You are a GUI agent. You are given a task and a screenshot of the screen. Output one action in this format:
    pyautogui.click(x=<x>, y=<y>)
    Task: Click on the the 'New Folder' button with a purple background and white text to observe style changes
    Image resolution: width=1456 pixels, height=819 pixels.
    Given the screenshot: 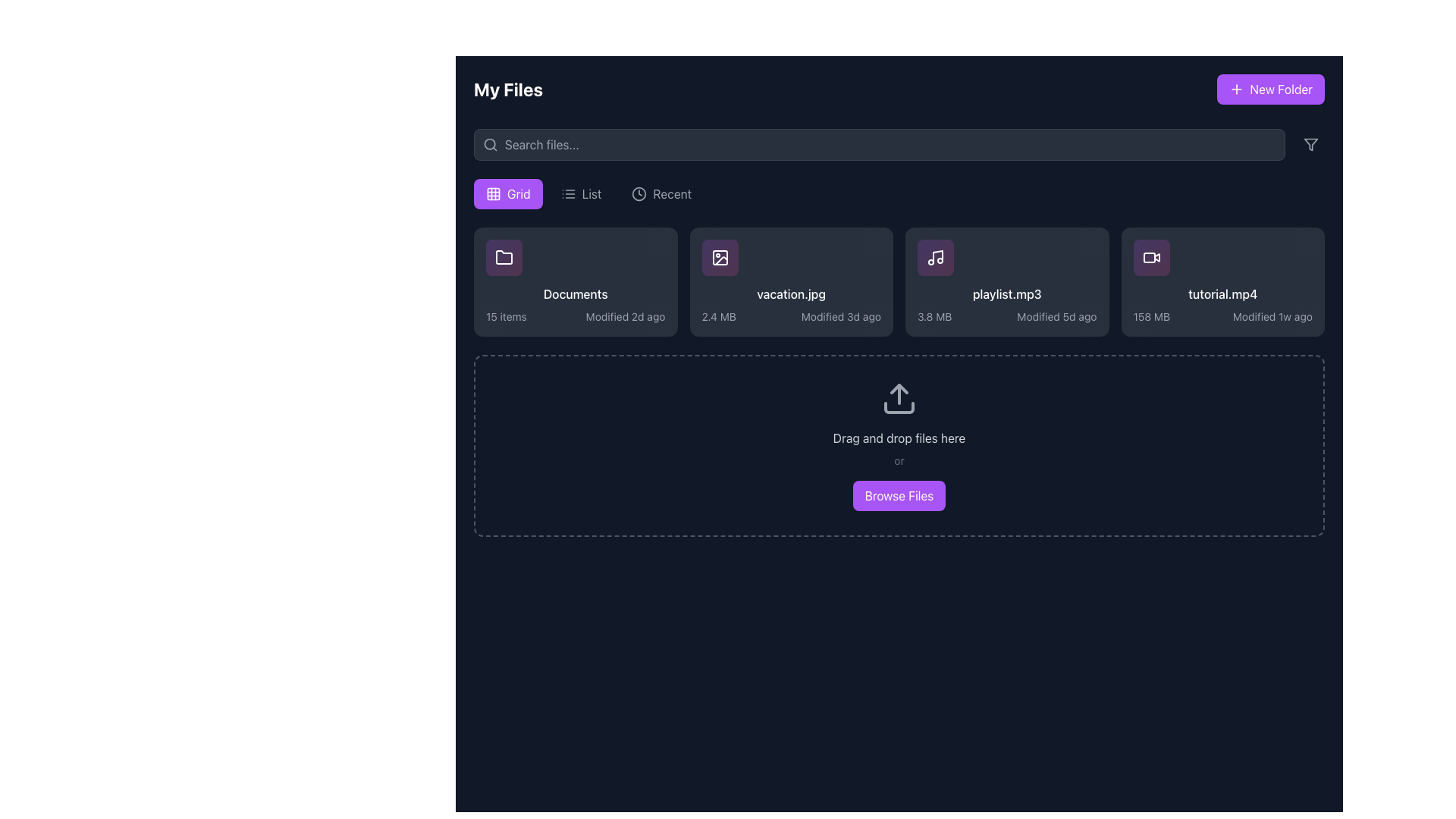 What is the action you would take?
    pyautogui.click(x=1270, y=89)
    